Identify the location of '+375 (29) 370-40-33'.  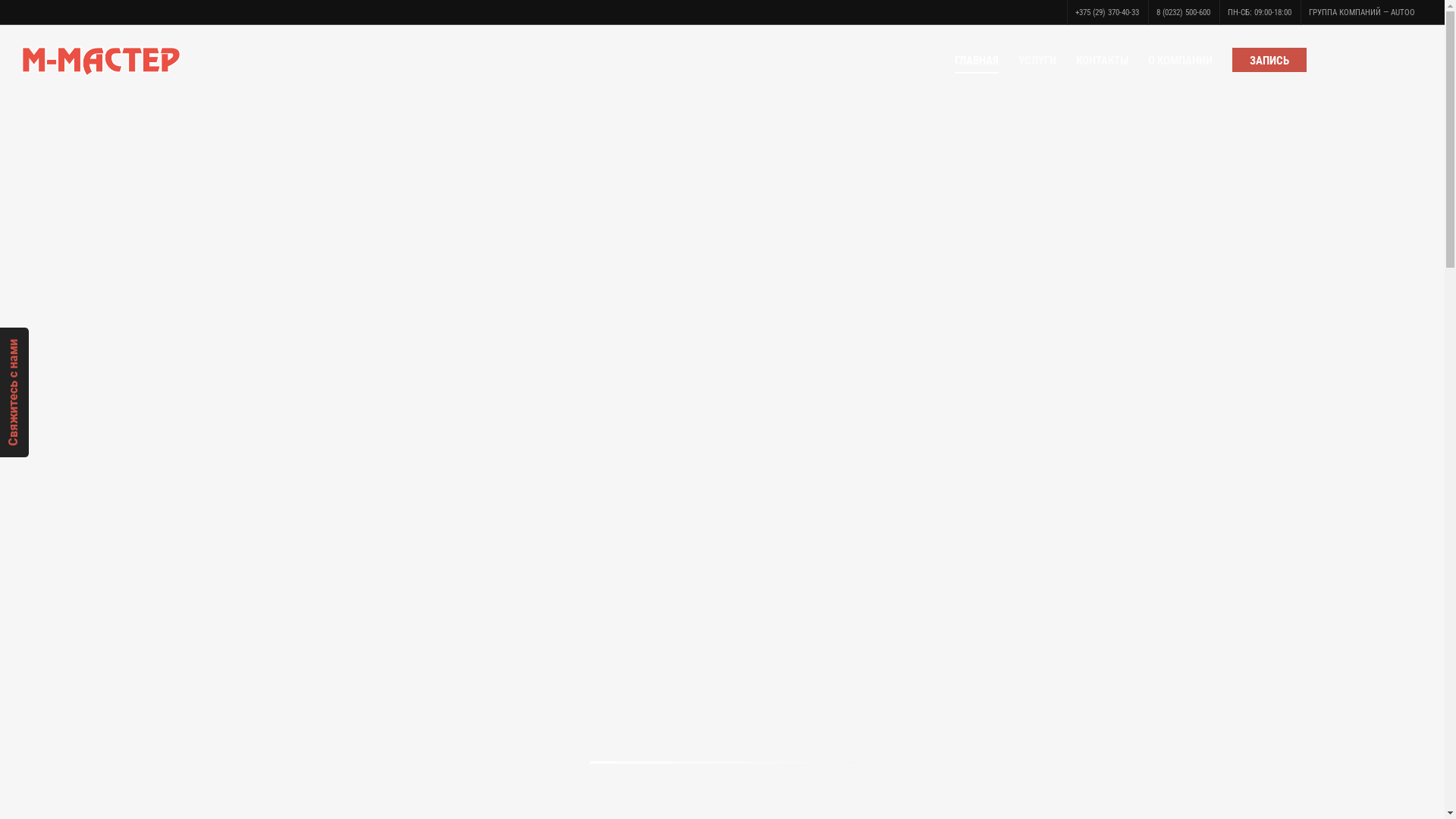
(1065, 12).